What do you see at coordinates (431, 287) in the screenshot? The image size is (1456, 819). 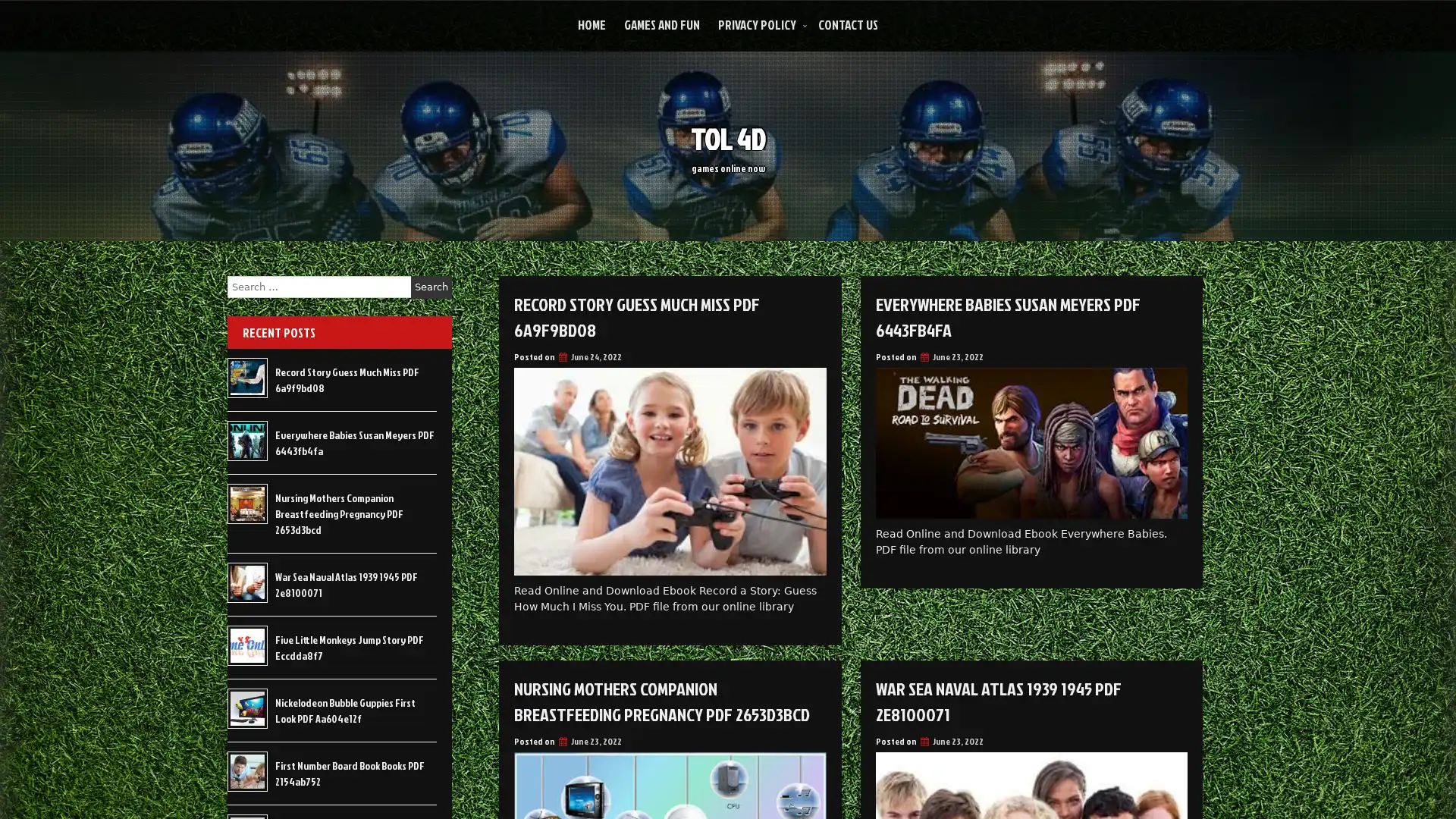 I see `Search` at bounding box center [431, 287].